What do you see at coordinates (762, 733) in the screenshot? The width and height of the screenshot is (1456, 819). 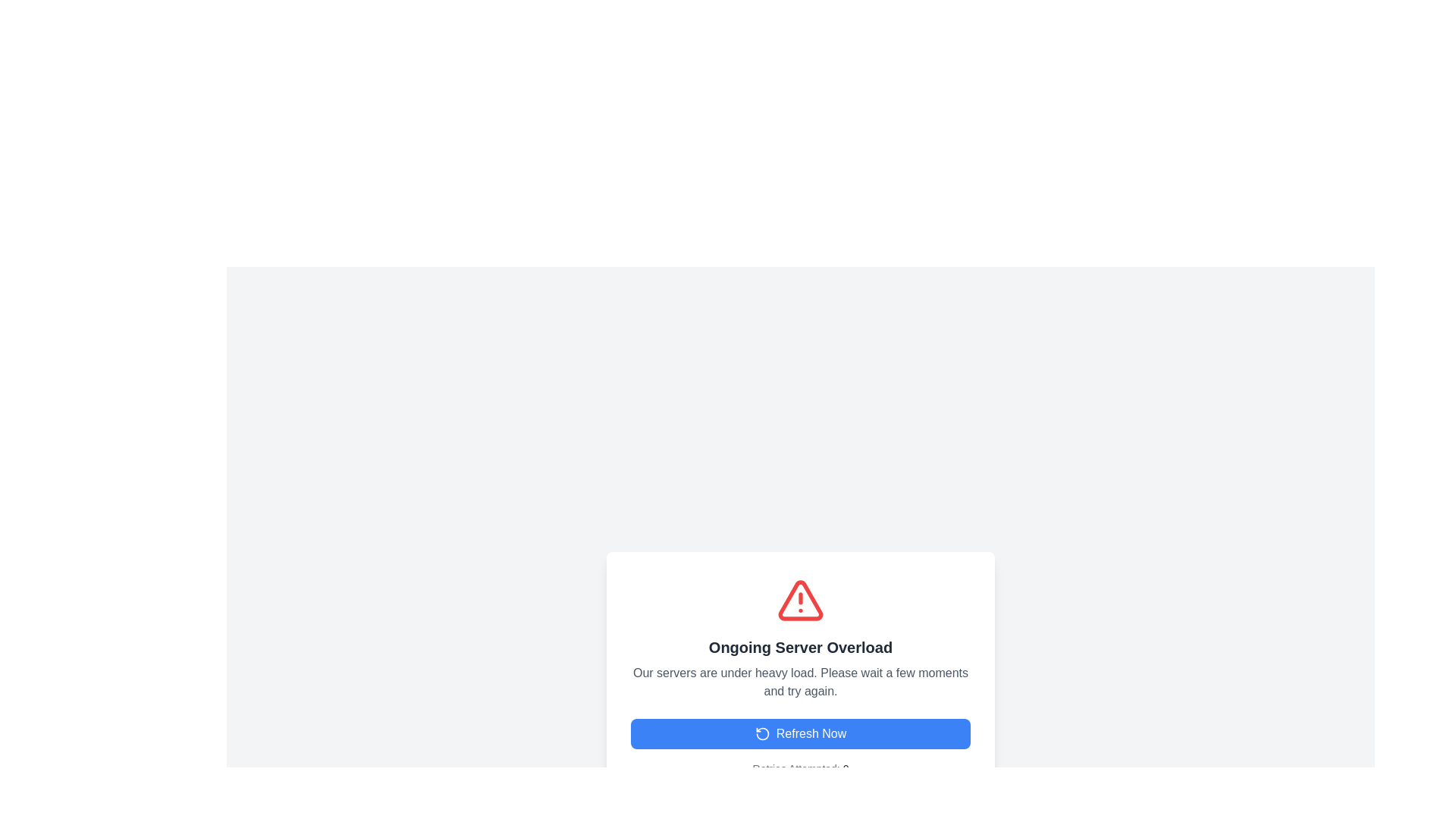 I see `the circular refresh icon located on the left side of the 'Refresh Now' button, which has a blue background and a white counter-clockwise arrow design` at bounding box center [762, 733].